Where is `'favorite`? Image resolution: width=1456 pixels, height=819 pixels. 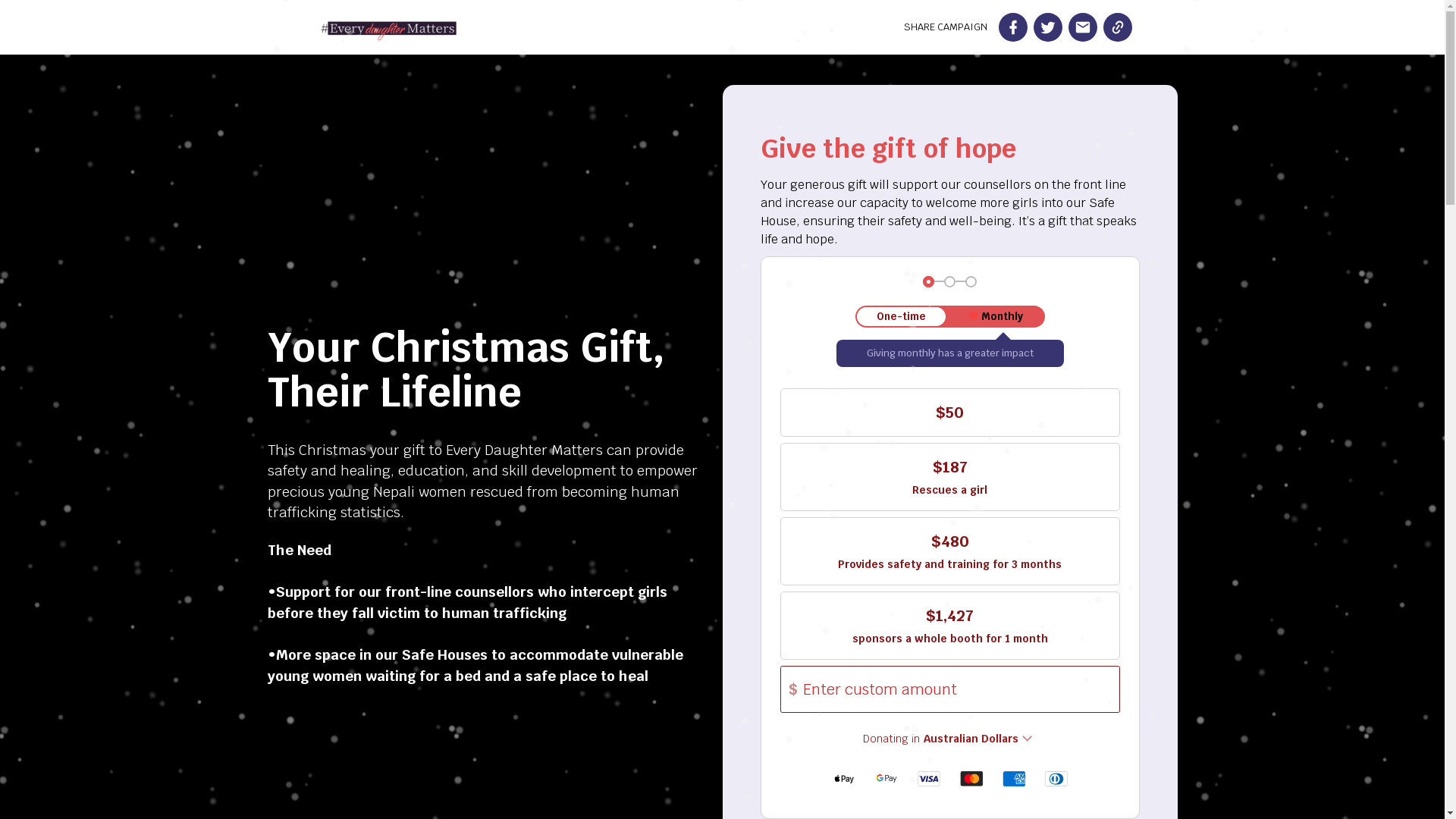
'favorite is located at coordinates (996, 315).